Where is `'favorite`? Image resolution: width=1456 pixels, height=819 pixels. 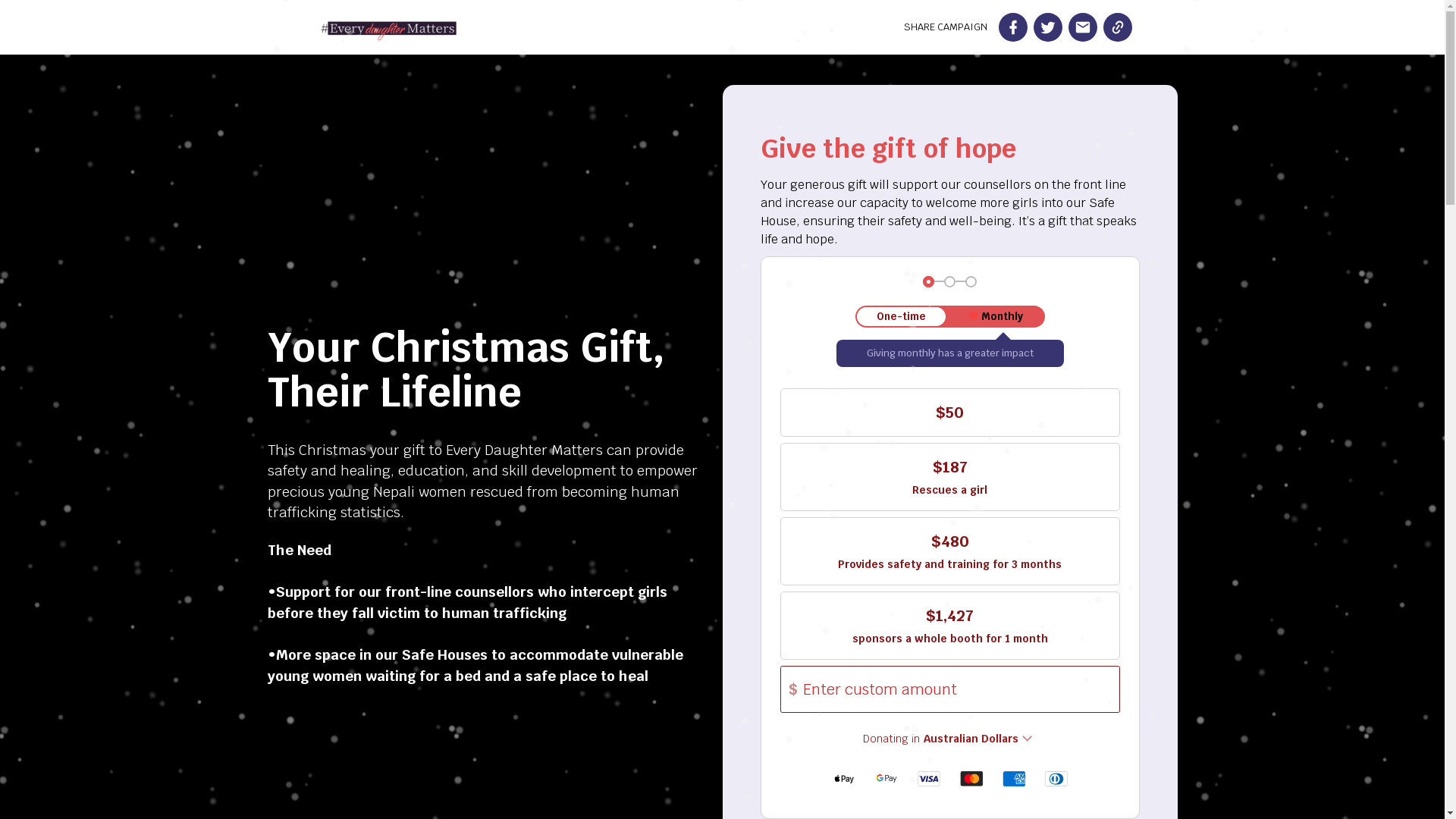
'favorite is located at coordinates (996, 315).